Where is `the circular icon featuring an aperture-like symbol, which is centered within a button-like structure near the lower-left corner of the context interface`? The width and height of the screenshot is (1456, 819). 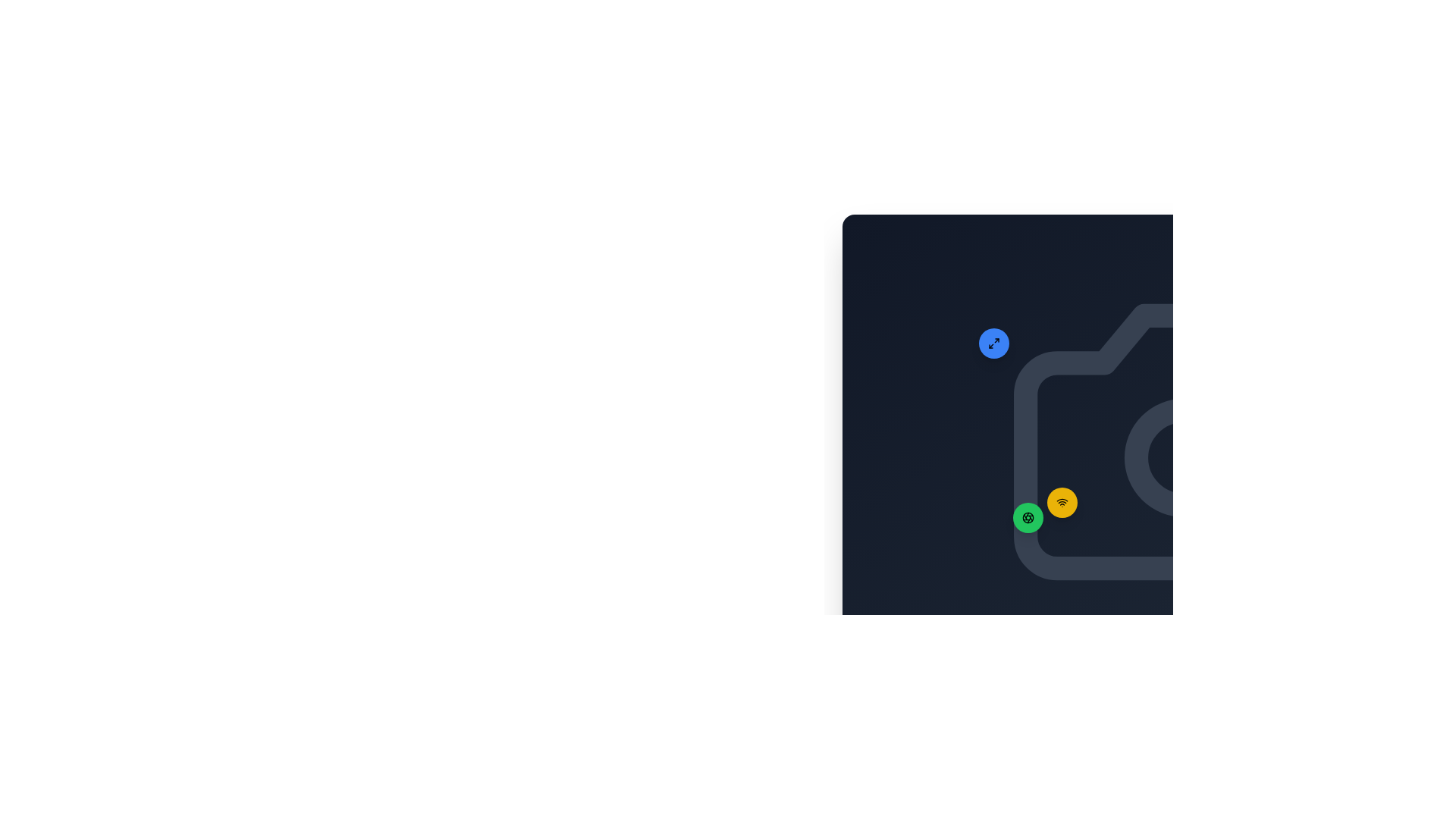
the circular icon featuring an aperture-like symbol, which is centered within a button-like structure near the lower-left corner of the context interface is located at coordinates (1028, 516).